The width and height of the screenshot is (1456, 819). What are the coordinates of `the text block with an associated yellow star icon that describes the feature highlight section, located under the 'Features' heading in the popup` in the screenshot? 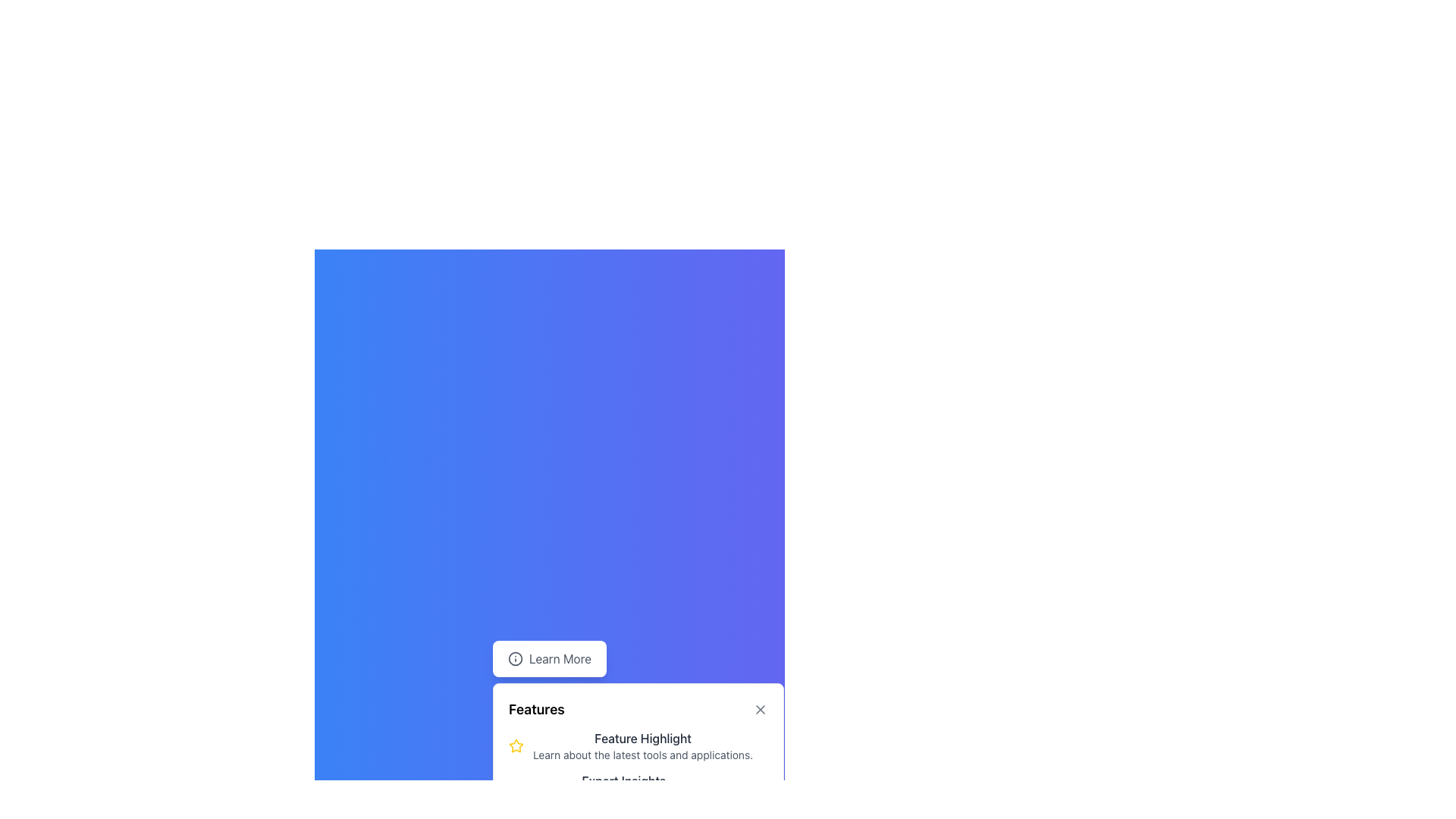 It's located at (638, 767).